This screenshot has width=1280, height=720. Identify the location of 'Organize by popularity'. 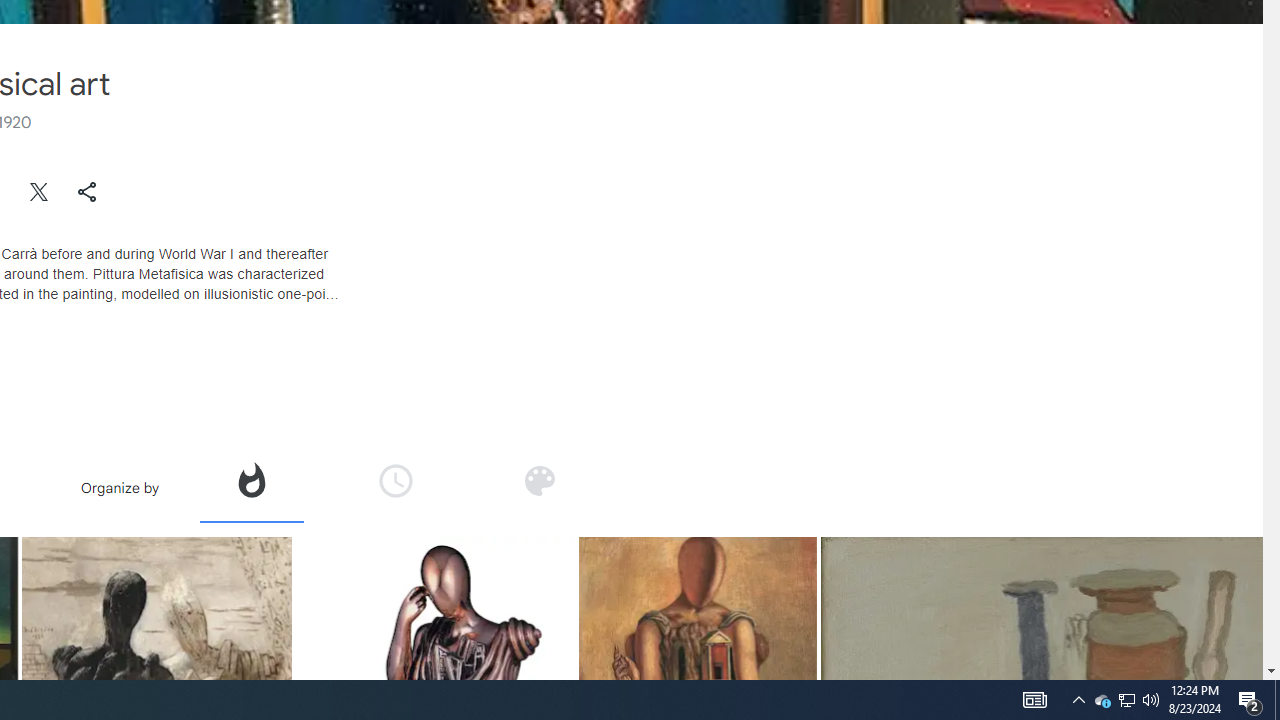
(250, 487).